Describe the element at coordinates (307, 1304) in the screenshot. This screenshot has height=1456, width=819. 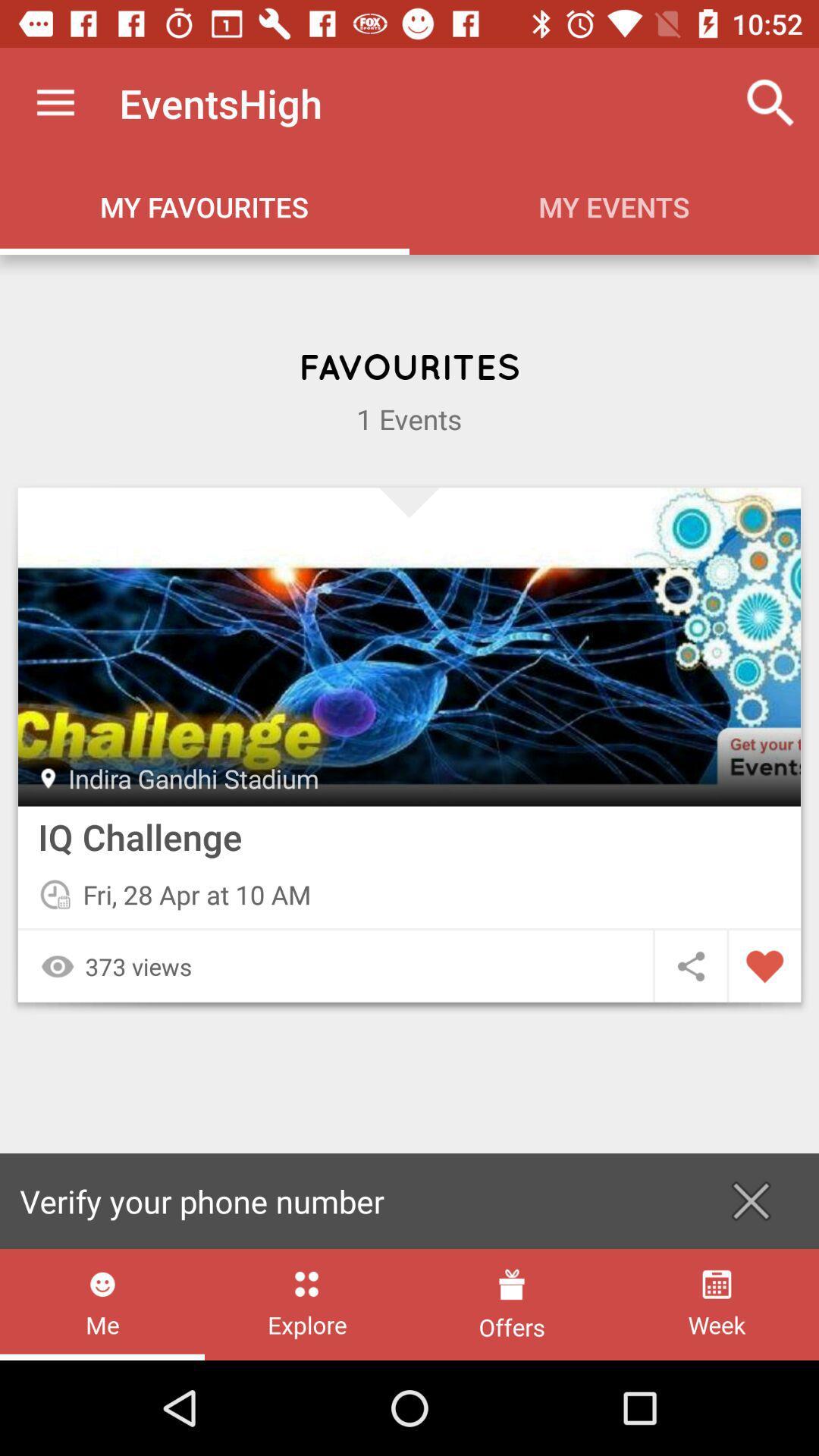
I see `the explore item` at that location.